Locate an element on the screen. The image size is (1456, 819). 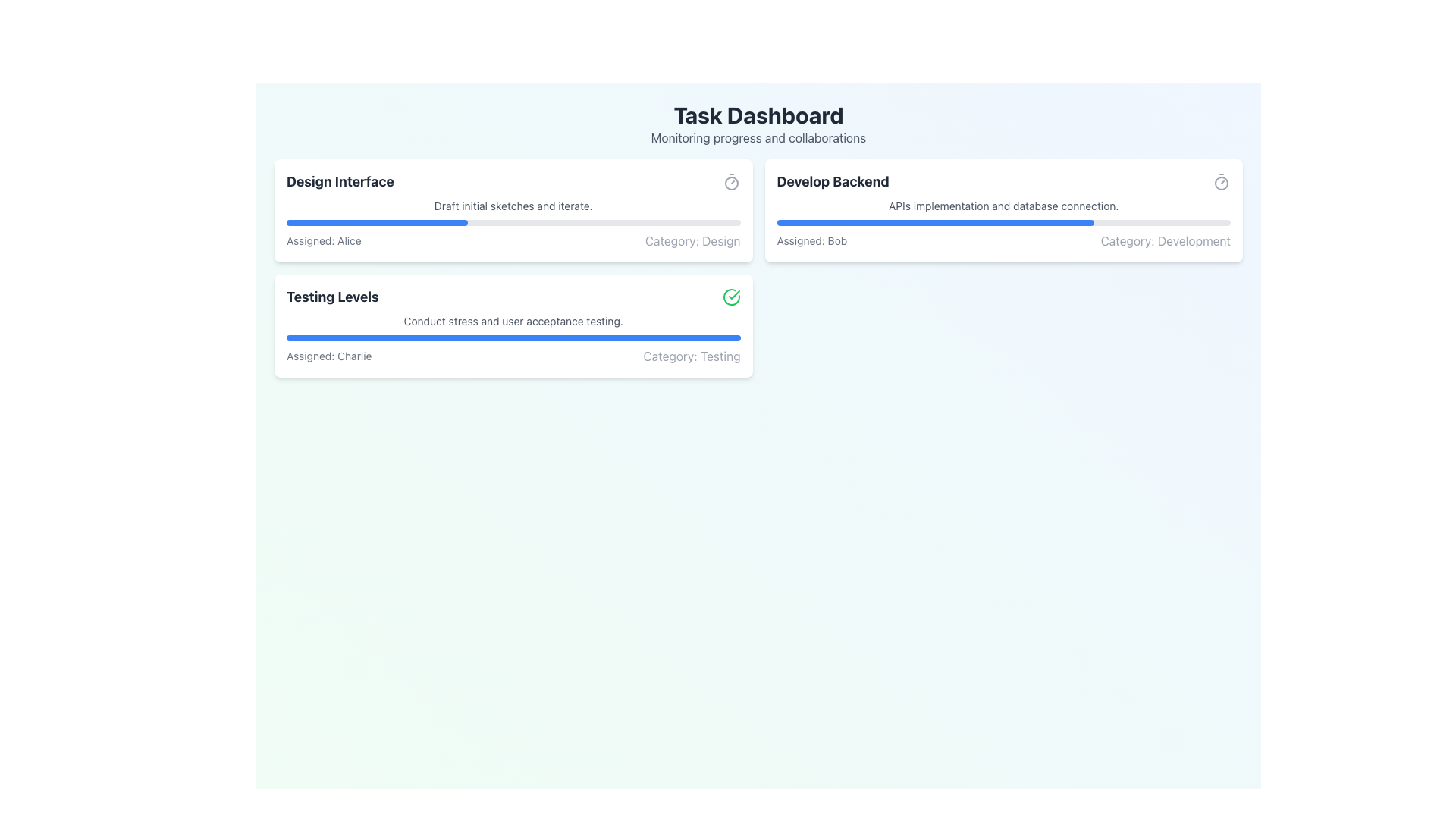
the Text Label that provides a brief description of the task within the 'Testing Levels' card, located directly beneath the title and icon is located at coordinates (513, 321).